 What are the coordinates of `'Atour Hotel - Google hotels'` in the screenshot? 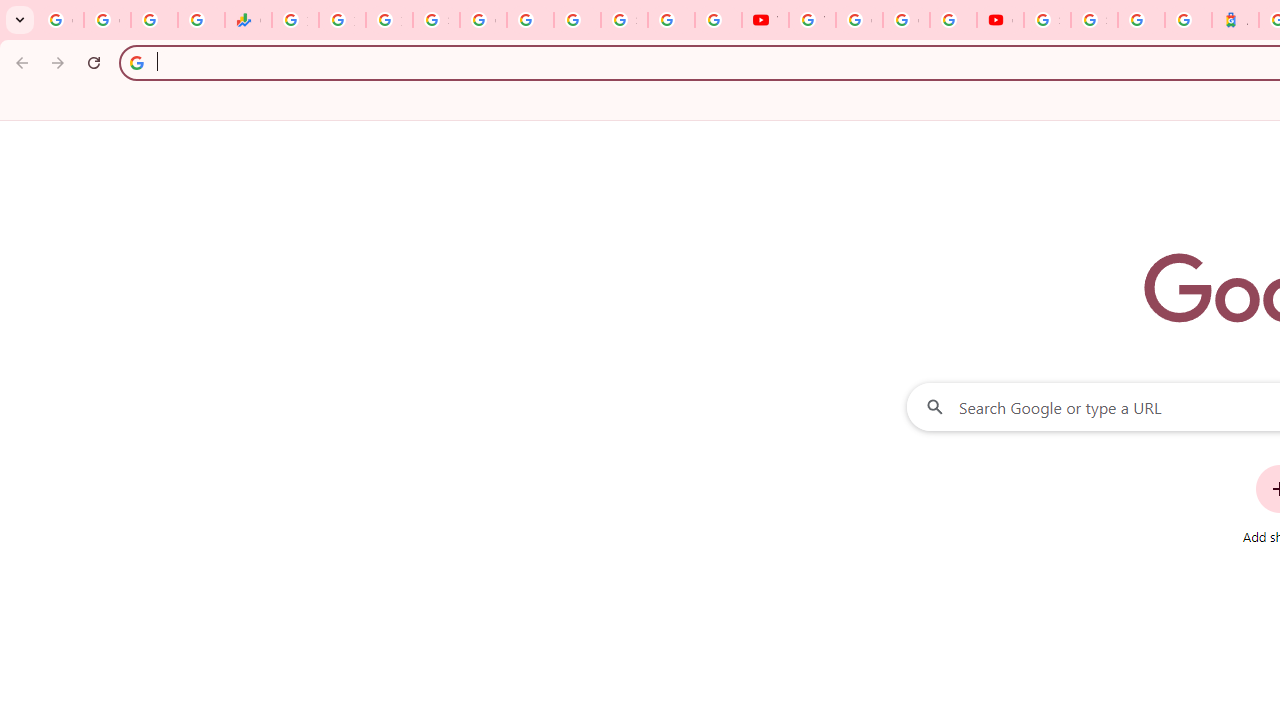 It's located at (1234, 20).